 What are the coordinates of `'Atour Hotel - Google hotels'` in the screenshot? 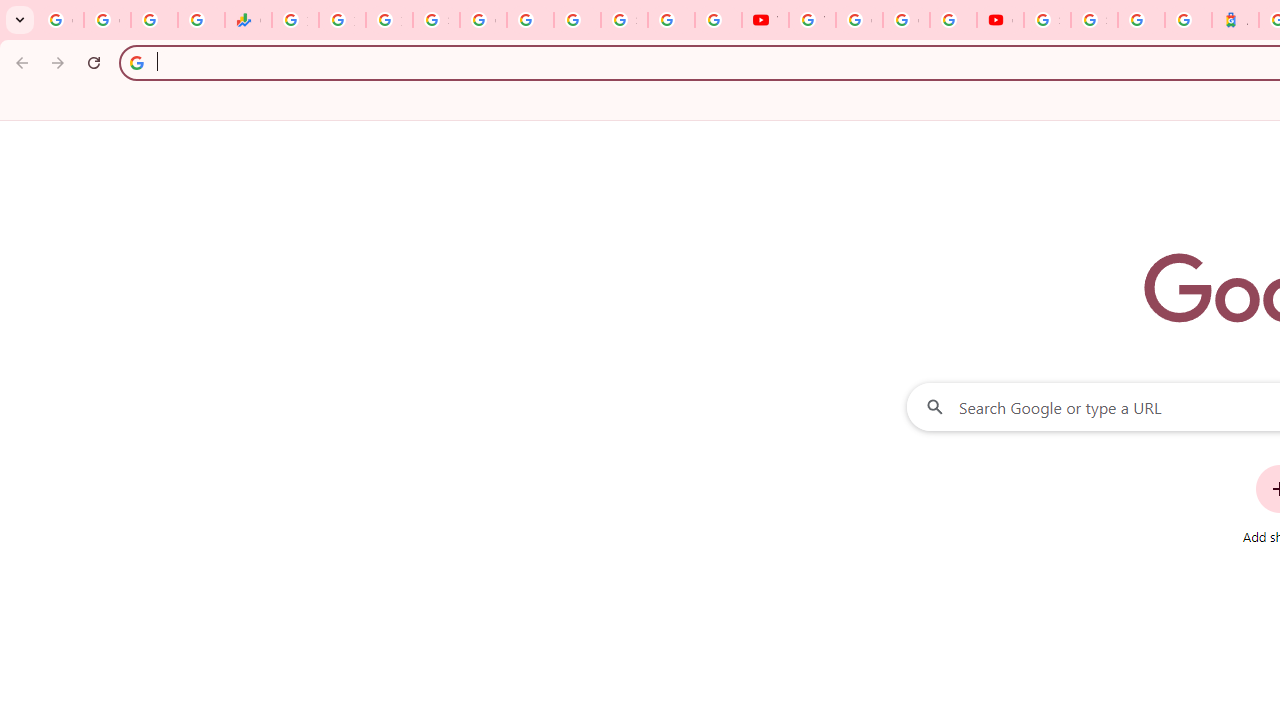 It's located at (1234, 20).